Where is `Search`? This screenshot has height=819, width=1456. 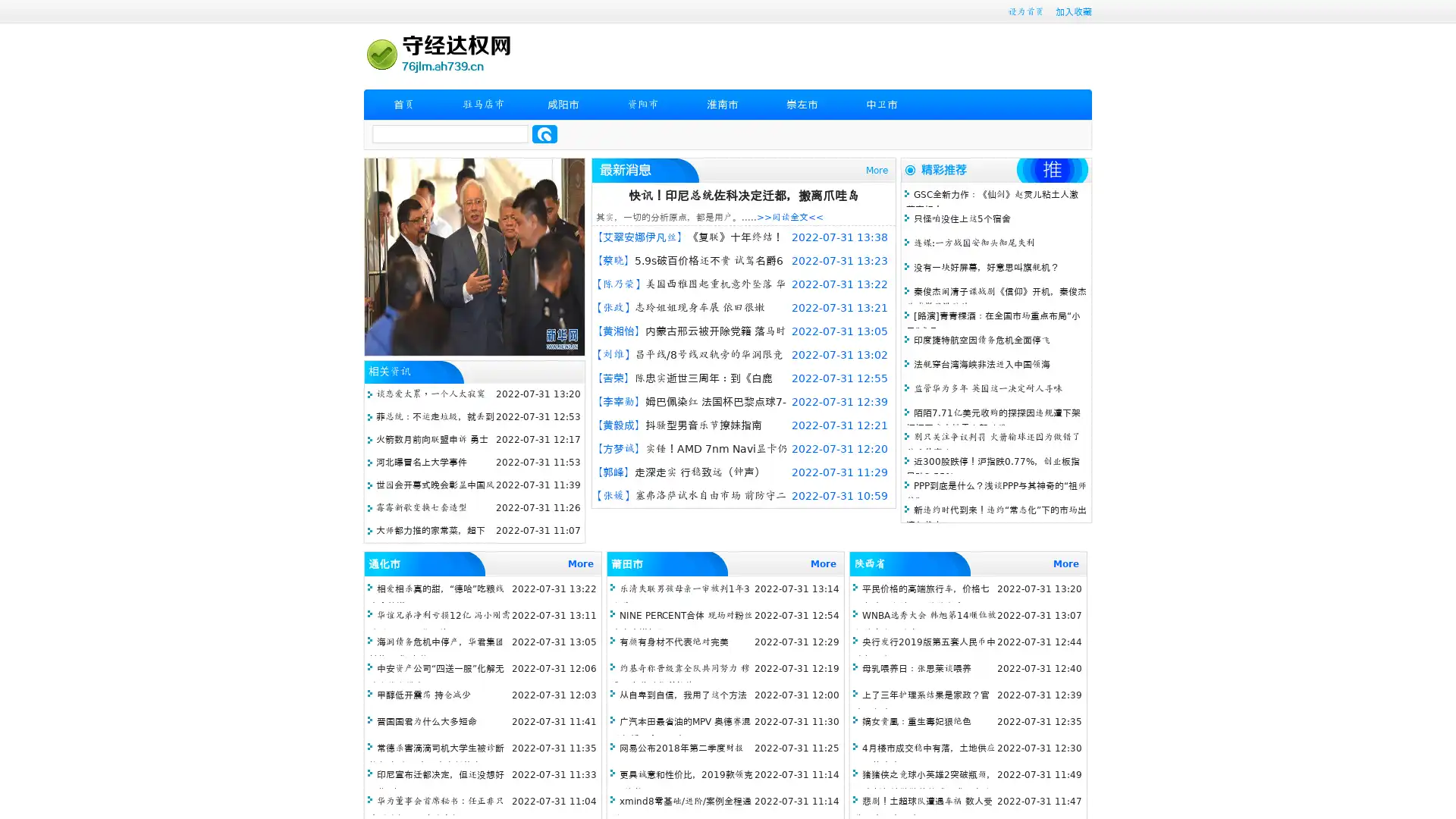
Search is located at coordinates (544, 133).